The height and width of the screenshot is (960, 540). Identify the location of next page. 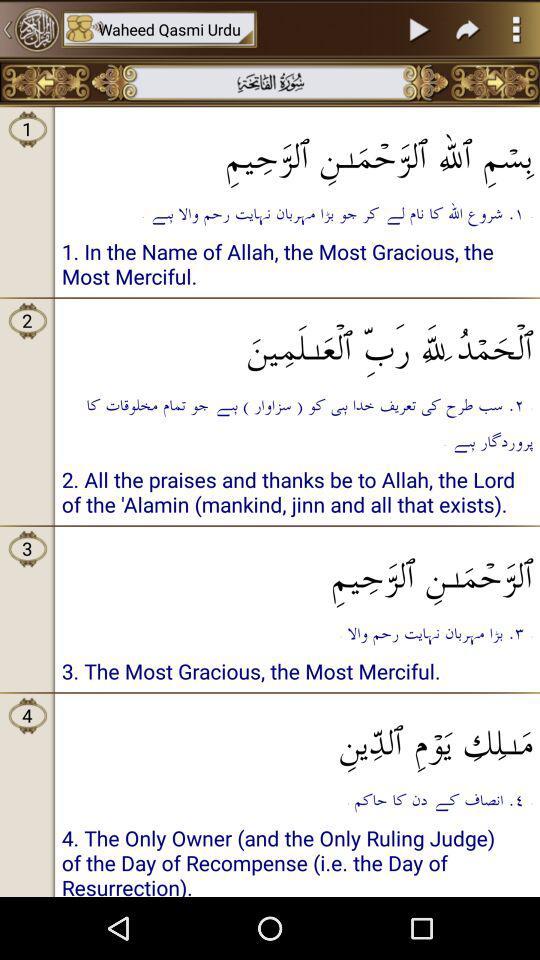
(493, 82).